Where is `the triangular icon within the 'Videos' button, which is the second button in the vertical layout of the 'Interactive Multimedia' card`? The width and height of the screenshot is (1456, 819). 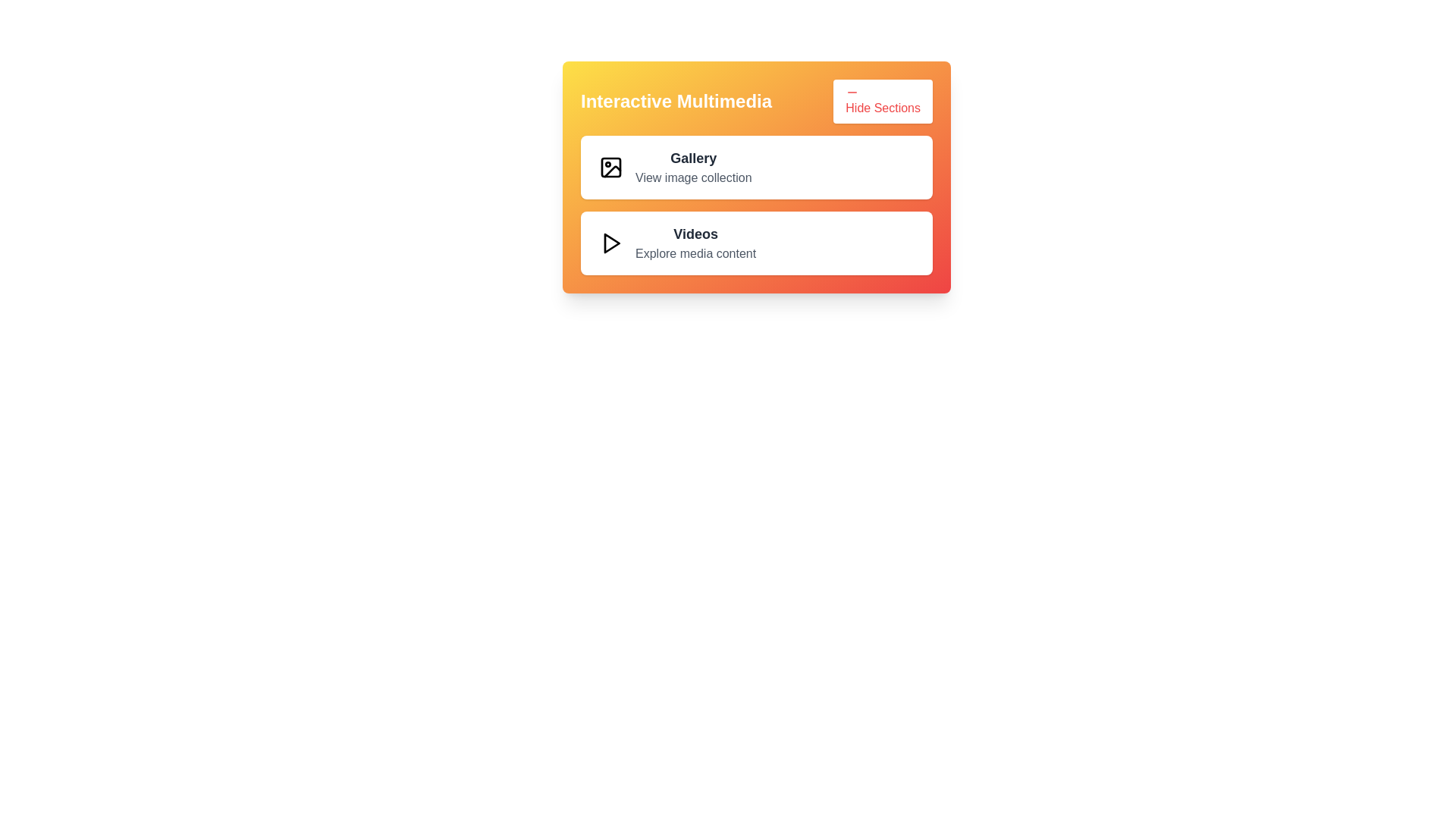 the triangular icon within the 'Videos' button, which is the second button in the vertical layout of the 'Interactive Multimedia' card is located at coordinates (612, 242).